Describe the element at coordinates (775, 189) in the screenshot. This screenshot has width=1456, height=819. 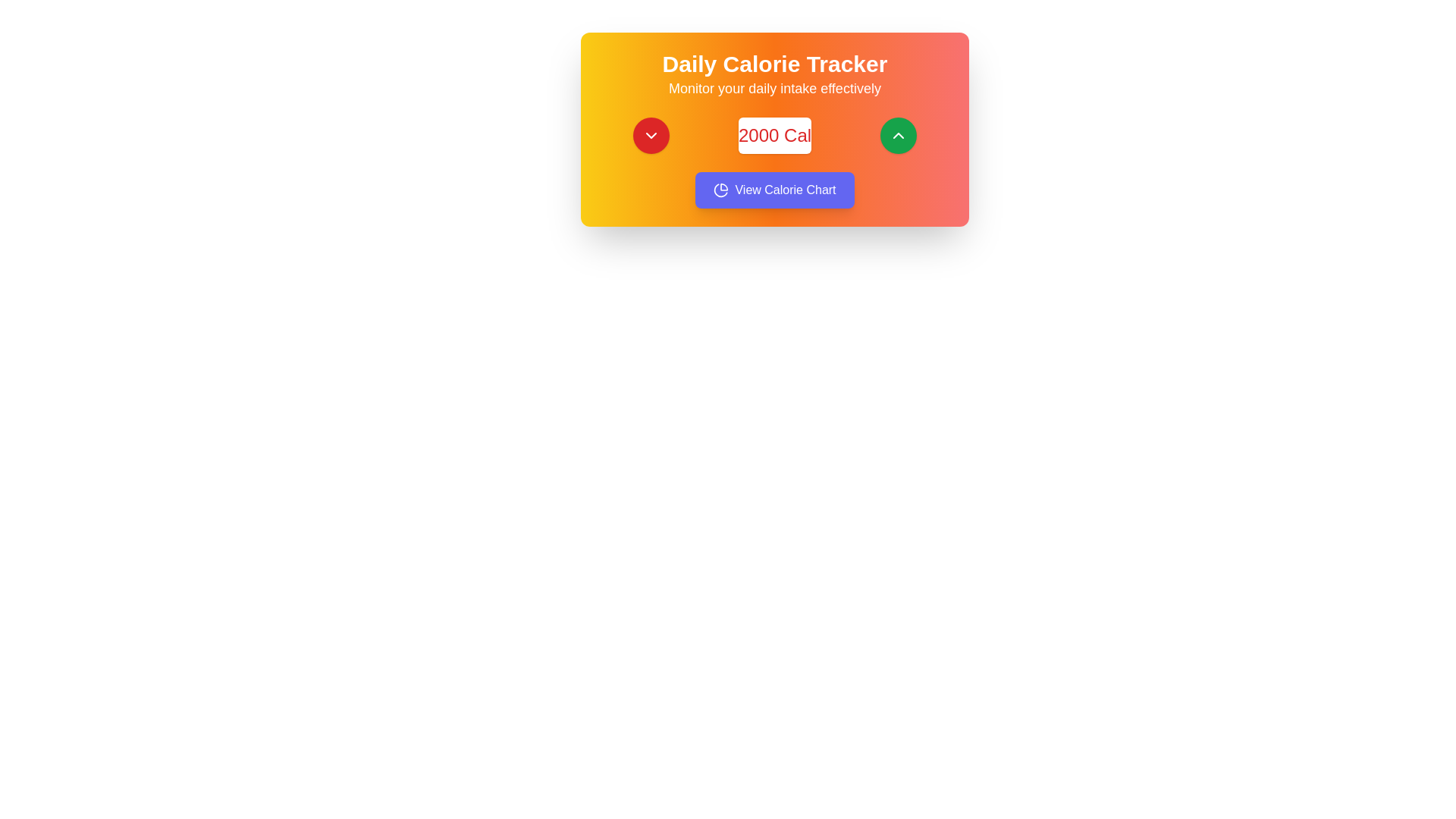
I see `the navigational button below the '2000 Cal' text box` at that location.